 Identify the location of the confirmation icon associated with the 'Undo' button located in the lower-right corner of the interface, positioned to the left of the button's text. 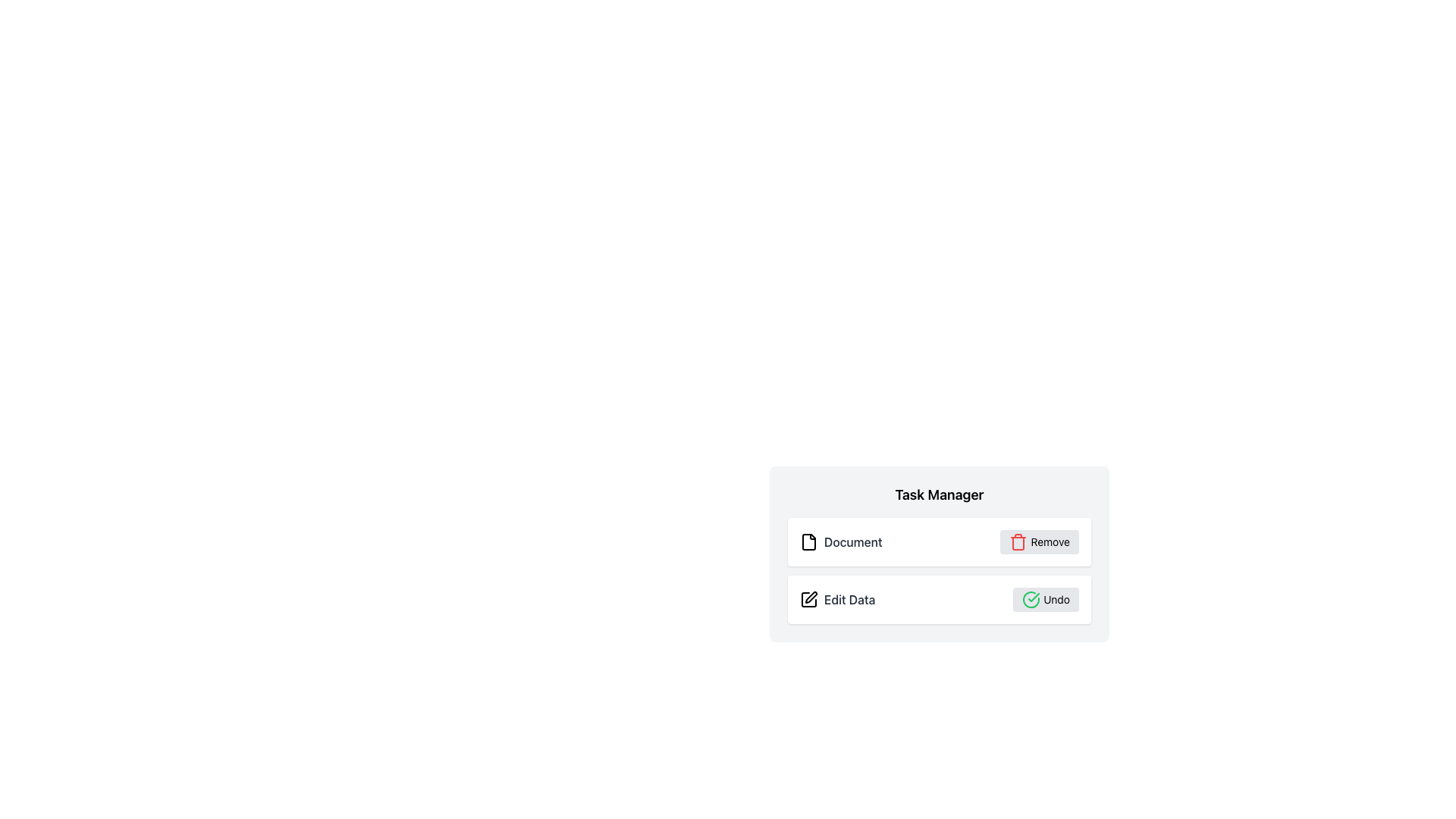
(1031, 598).